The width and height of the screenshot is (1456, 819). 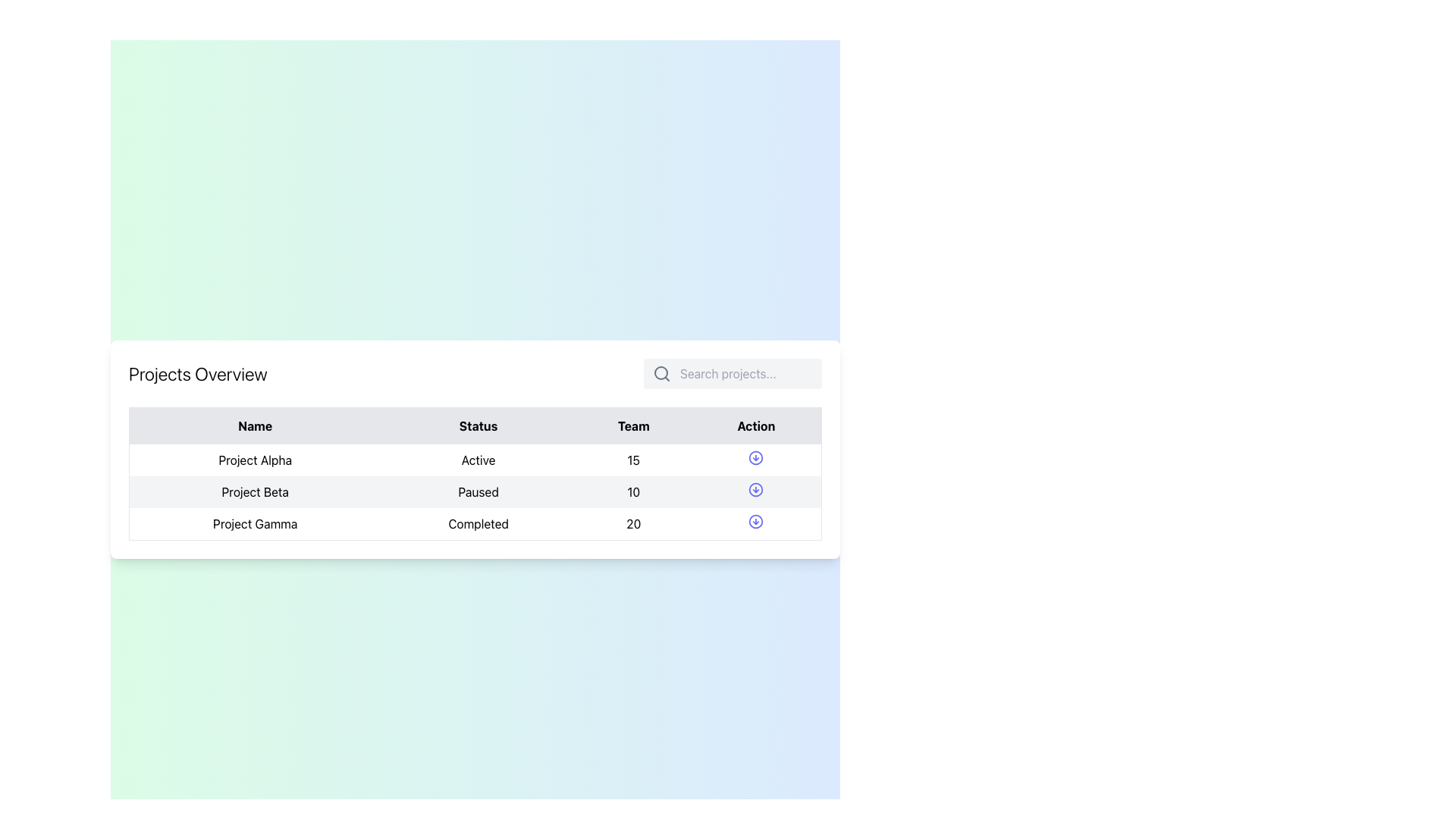 I want to click on the second row of the 'Projects Overview' table that provides information about 'Project Beta', so click(x=475, y=491).